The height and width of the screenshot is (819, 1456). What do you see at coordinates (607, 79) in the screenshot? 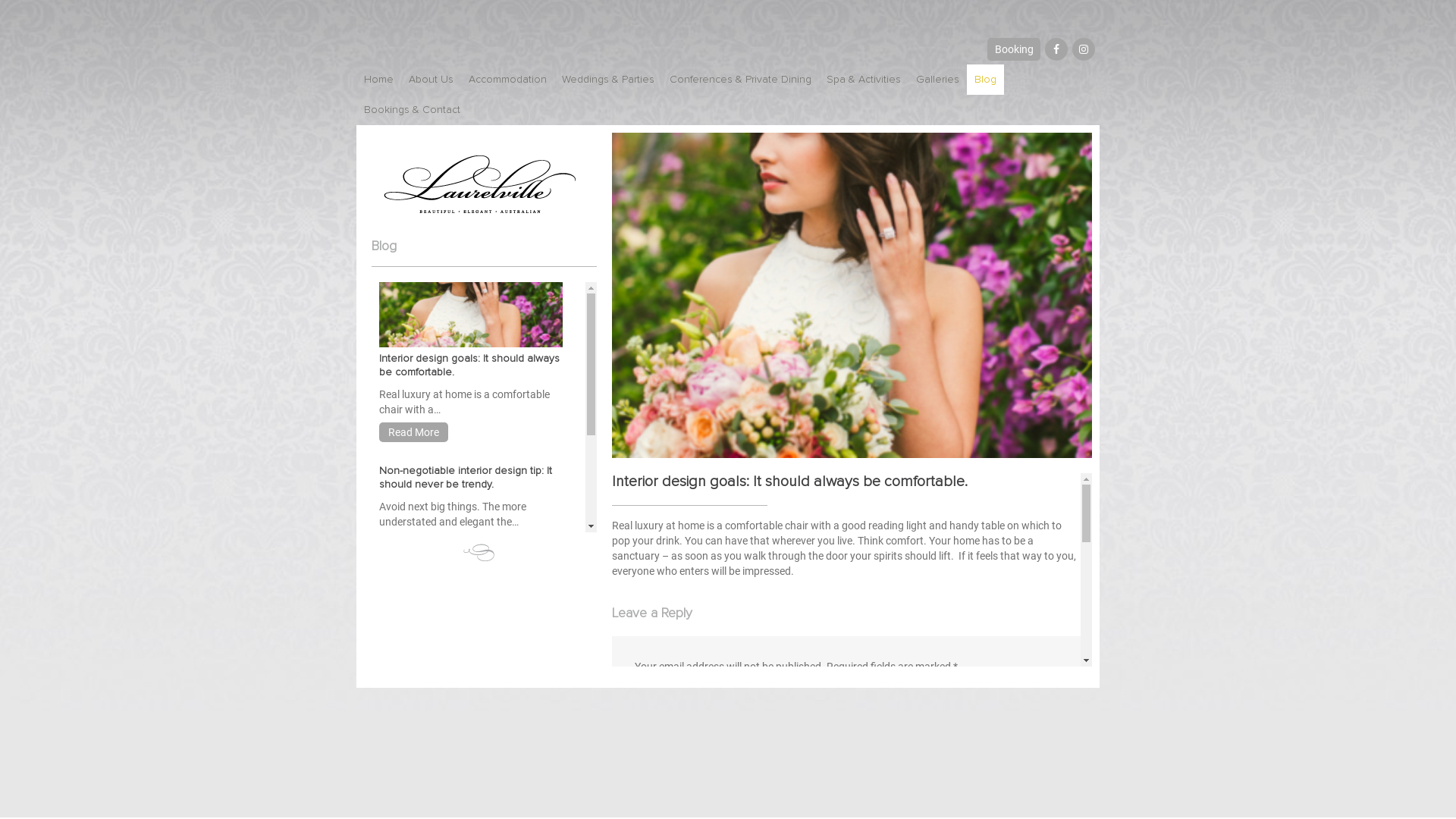
I see `'Weddings & Parties'` at bounding box center [607, 79].